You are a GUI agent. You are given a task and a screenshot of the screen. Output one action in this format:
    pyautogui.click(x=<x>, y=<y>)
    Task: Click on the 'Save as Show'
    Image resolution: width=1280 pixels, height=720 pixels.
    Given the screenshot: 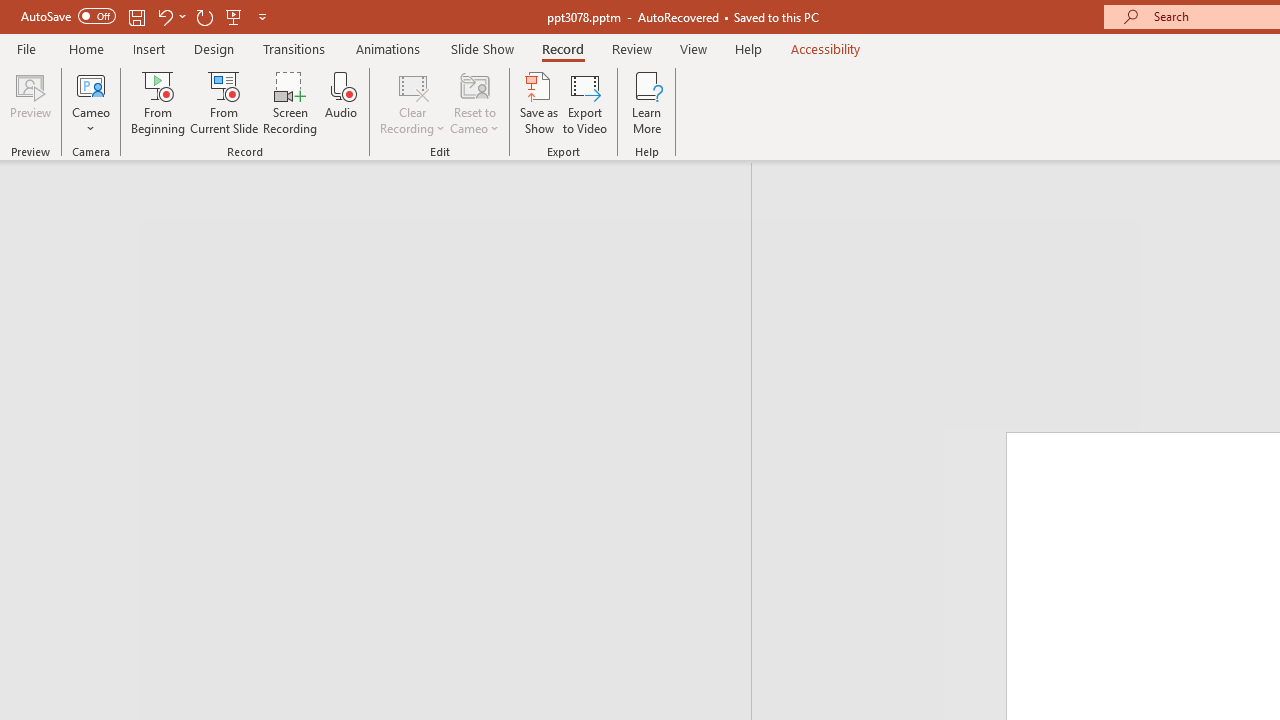 What is the action you would take?
    pyautogui.click(x=539, y=103)
    